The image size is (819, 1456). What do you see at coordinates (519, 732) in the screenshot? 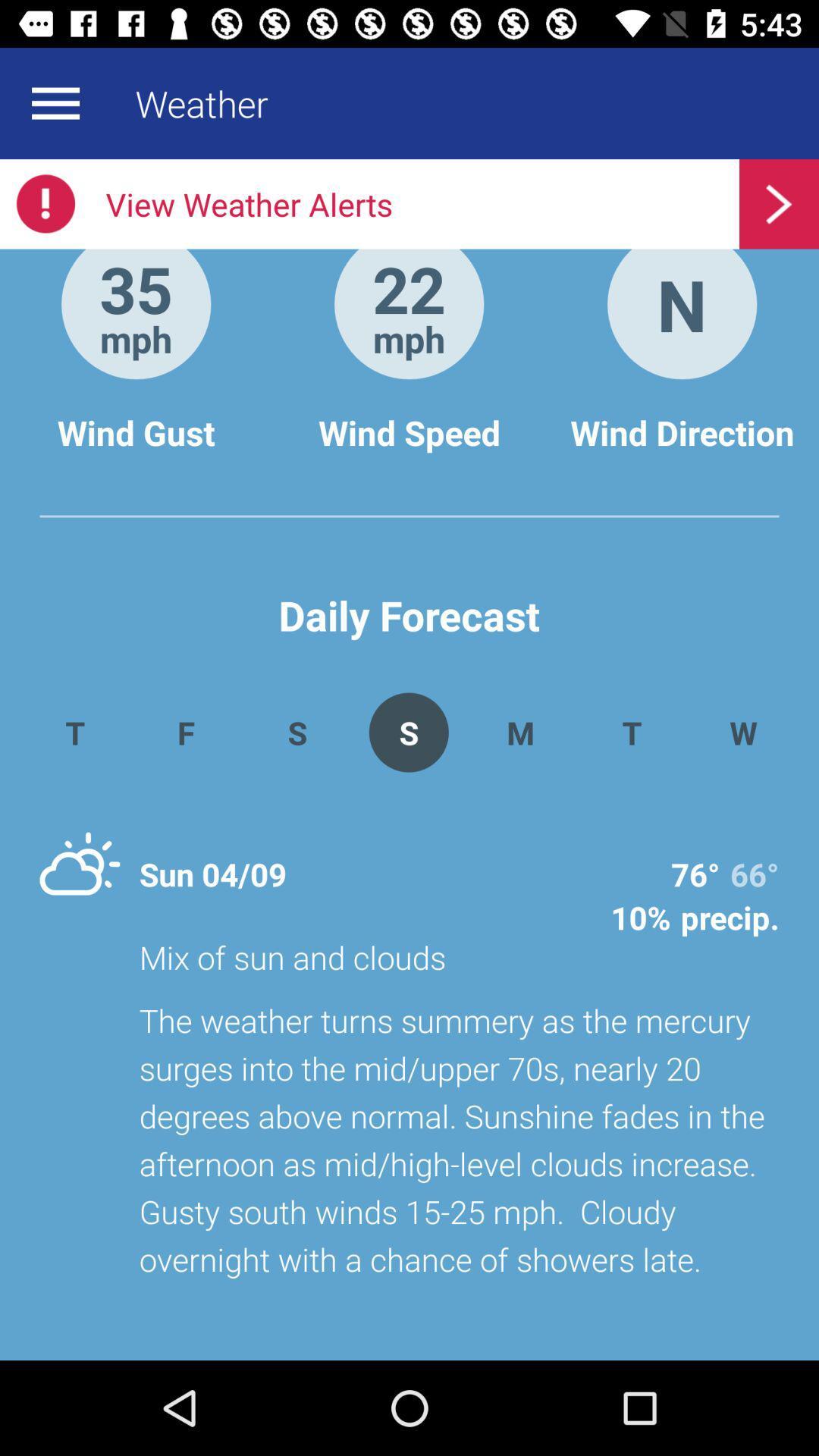
I see `item to the right of s app` at bounding box center [519, 732].